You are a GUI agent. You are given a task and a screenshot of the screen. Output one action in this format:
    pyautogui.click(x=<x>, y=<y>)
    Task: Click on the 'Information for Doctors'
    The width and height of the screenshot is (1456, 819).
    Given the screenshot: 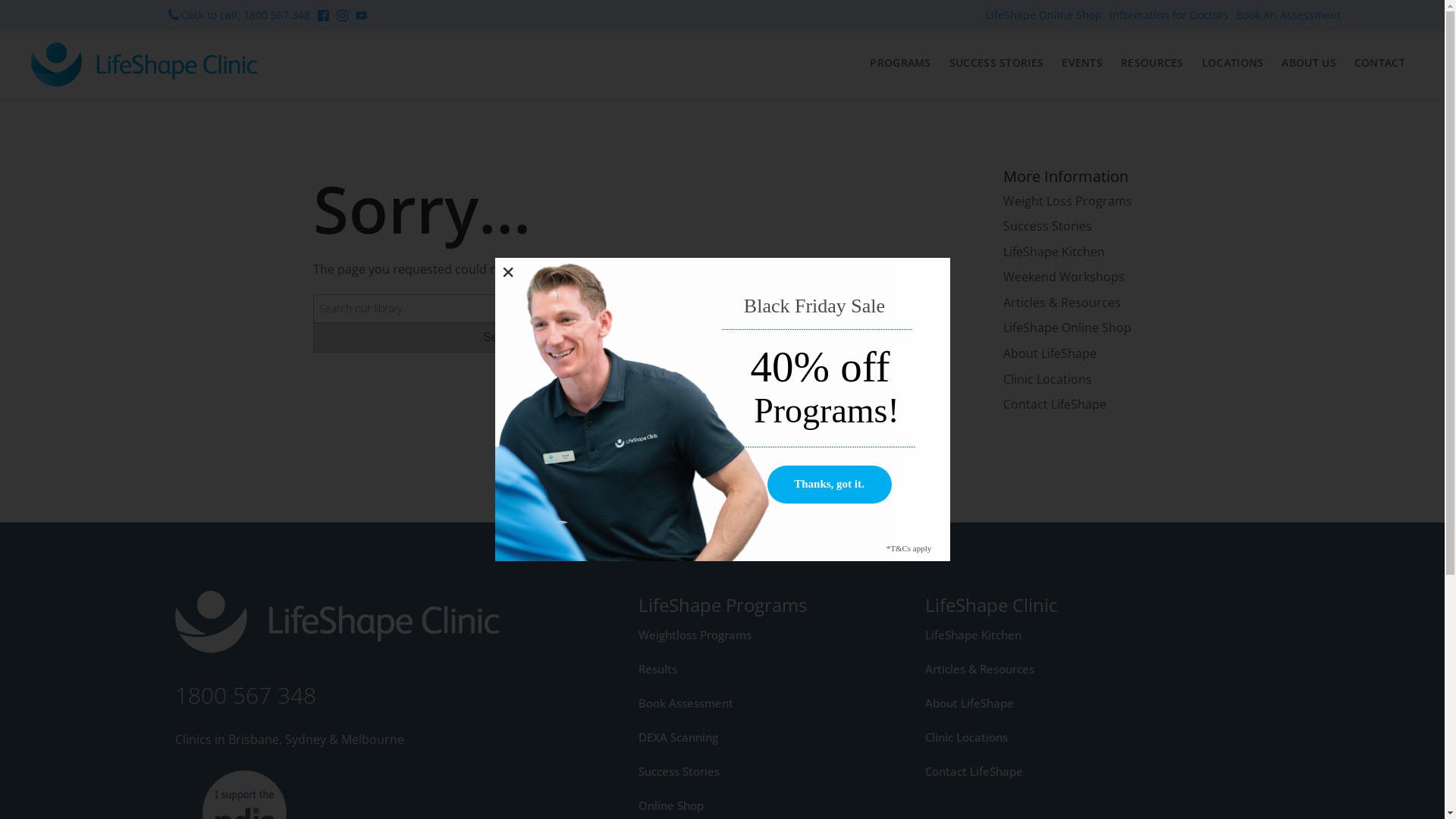 What is the action you would take?
    pyautogui.click(x=1109, y=14)
    